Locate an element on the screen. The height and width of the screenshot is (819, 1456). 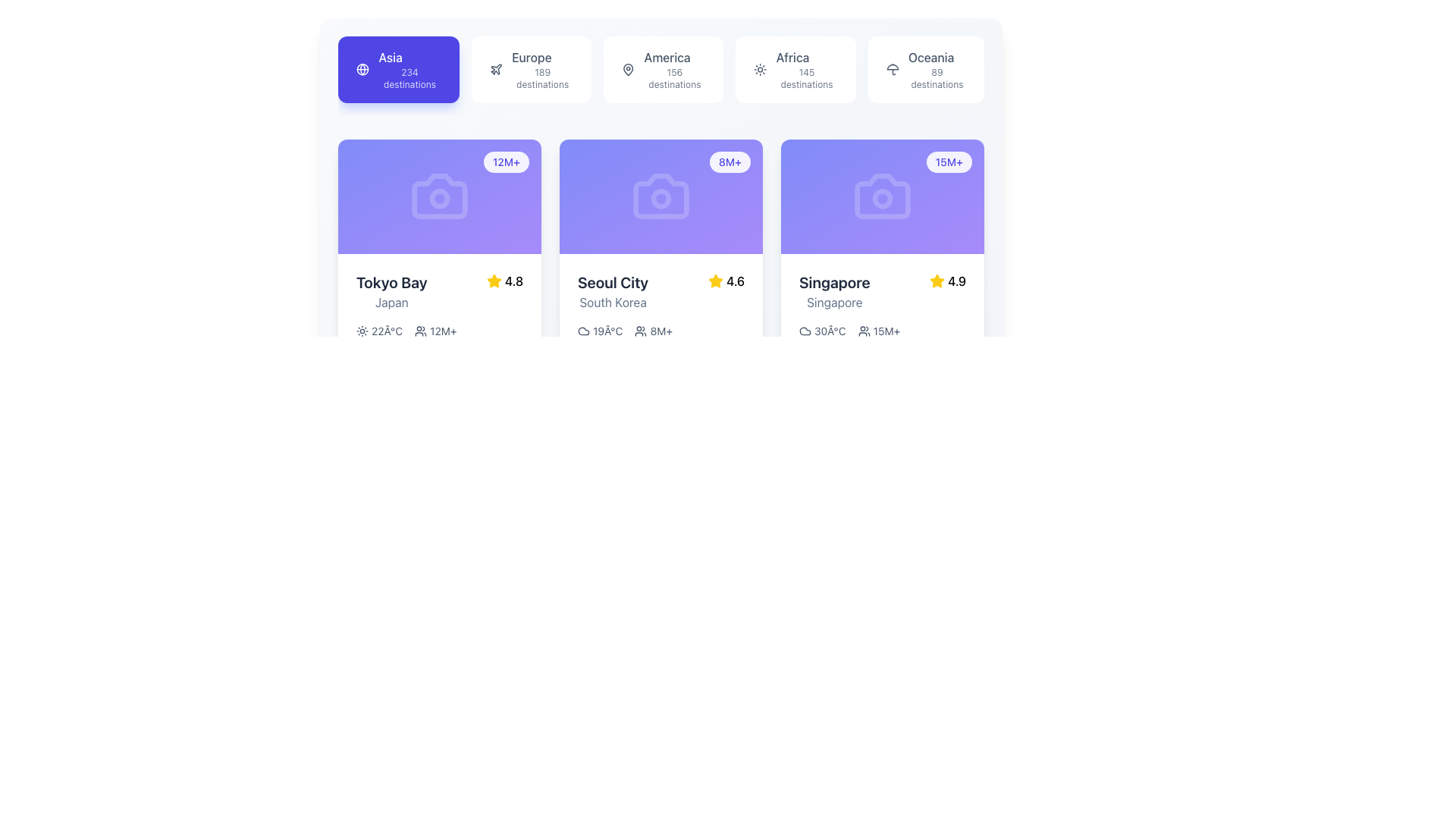
the Text Label displaying 'Singapore', located within the information card at the bottom part, beneath the city name is located at coordinates (833, 302).